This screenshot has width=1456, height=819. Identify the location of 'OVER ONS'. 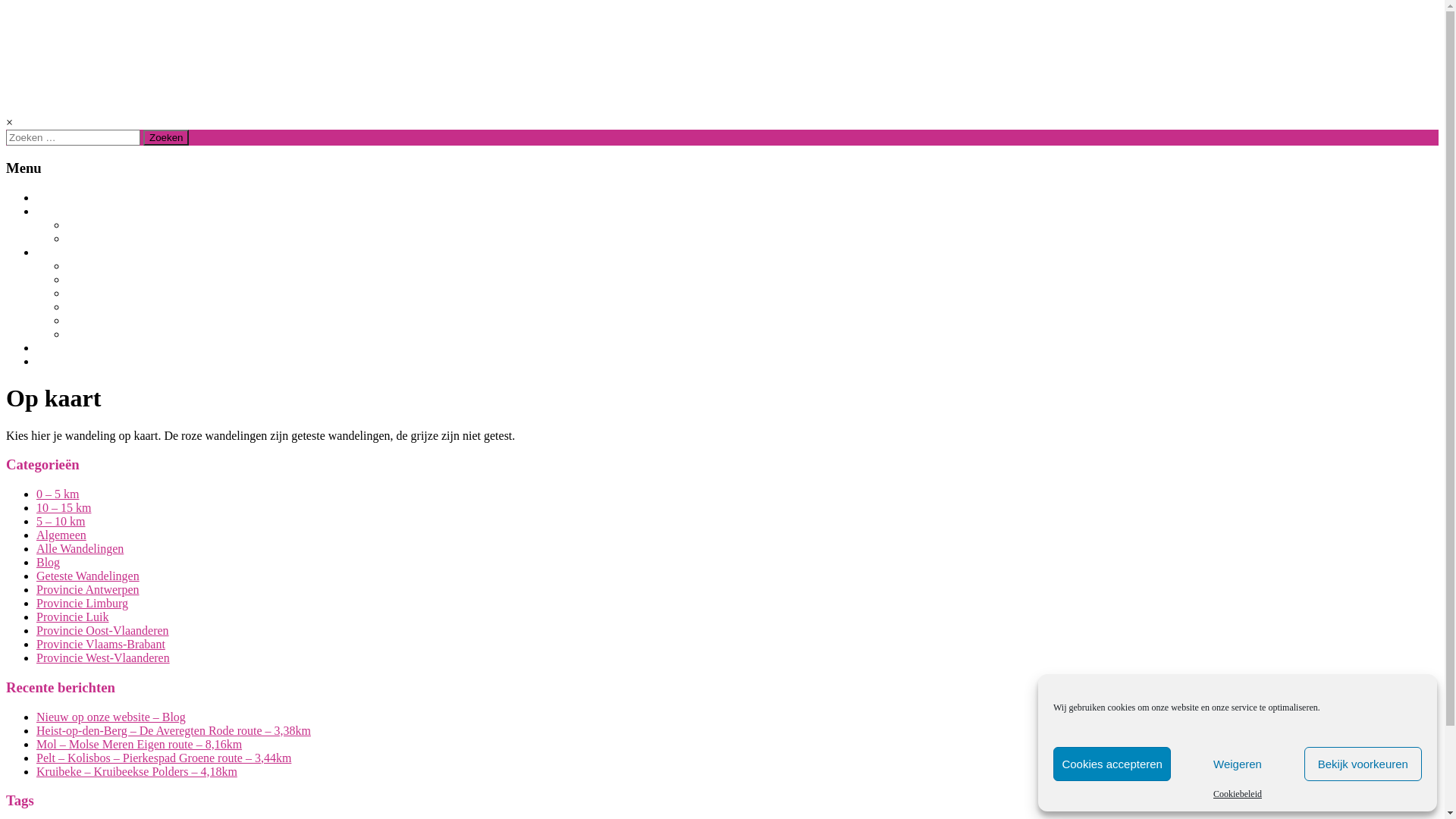
(62, 348).